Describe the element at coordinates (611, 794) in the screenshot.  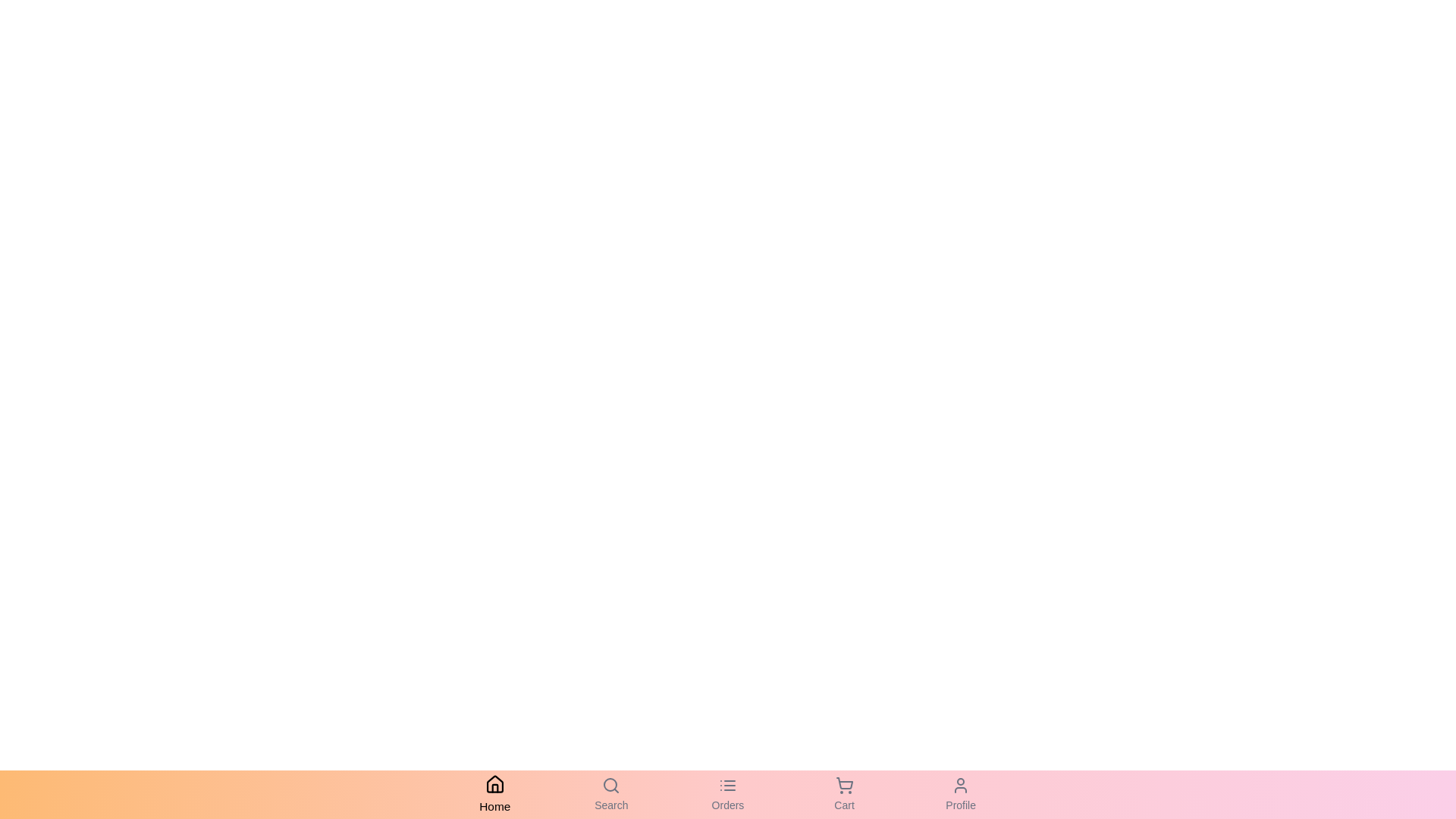
I see `the Search tab by clicking on it` at that location.